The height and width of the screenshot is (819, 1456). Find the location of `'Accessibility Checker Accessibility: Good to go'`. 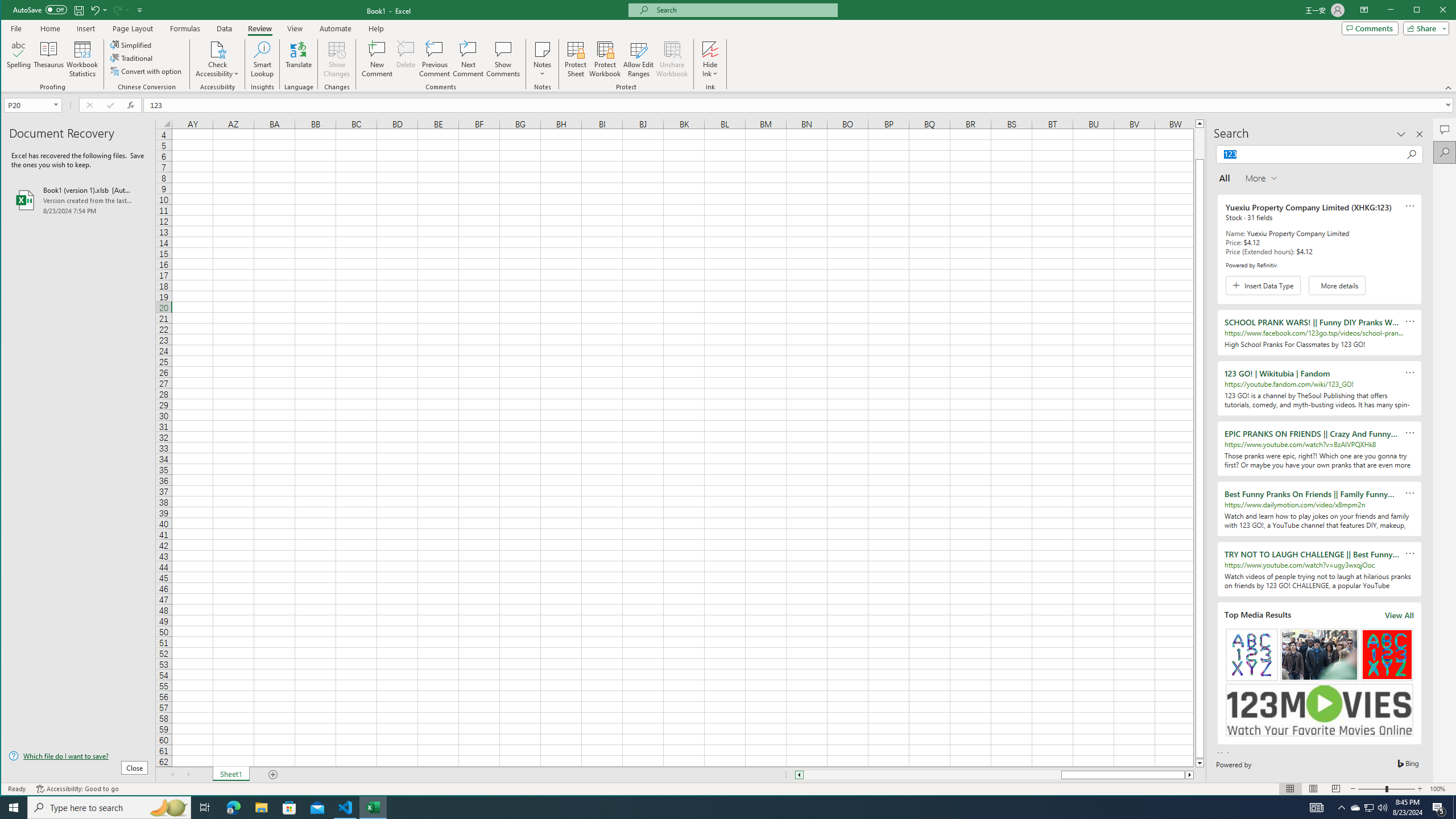

'Accessibility Checker Accessibility: Good to go' is located at coordinates (77, 788).